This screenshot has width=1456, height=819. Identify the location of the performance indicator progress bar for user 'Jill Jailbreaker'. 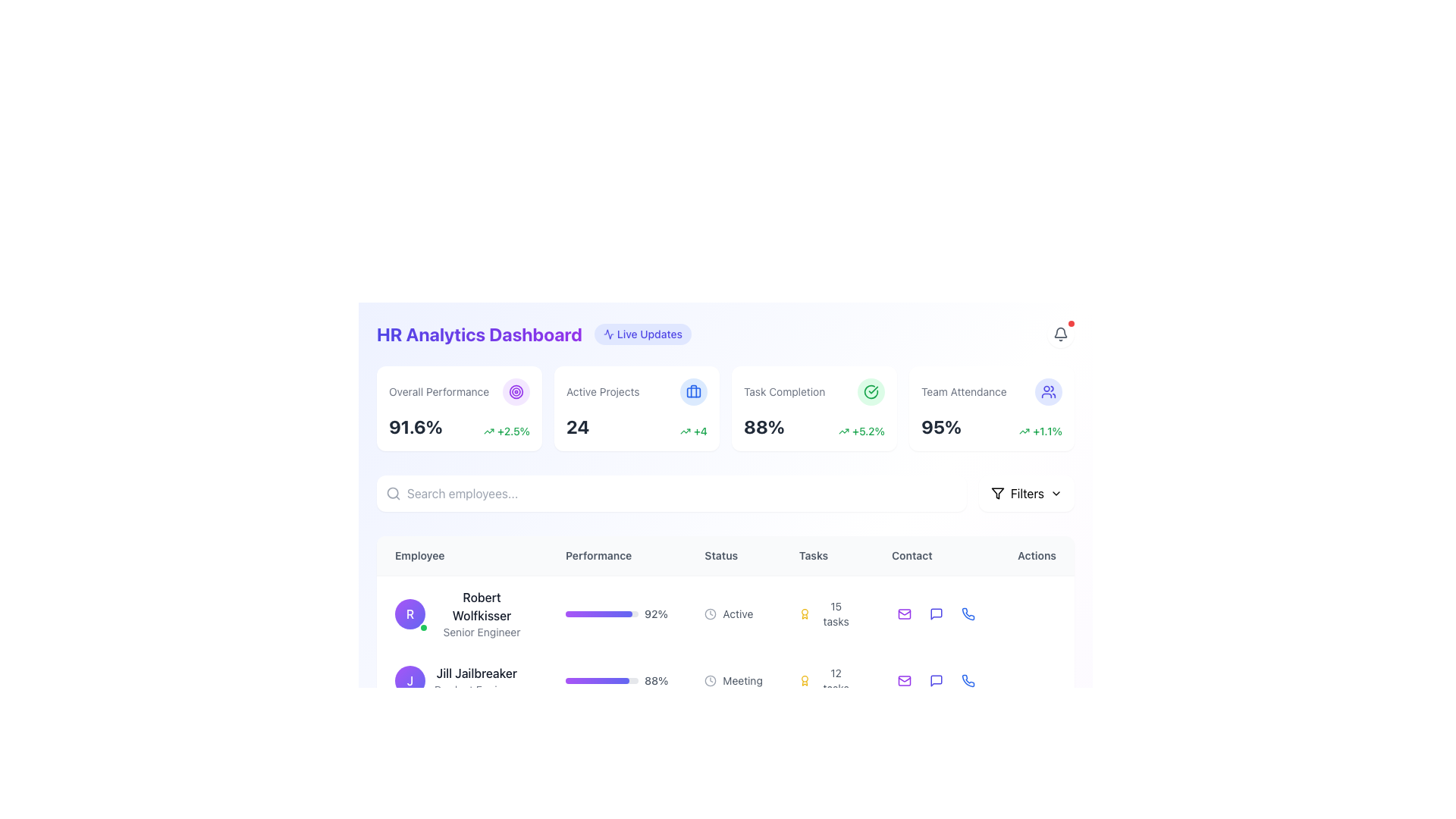
(617, 680).